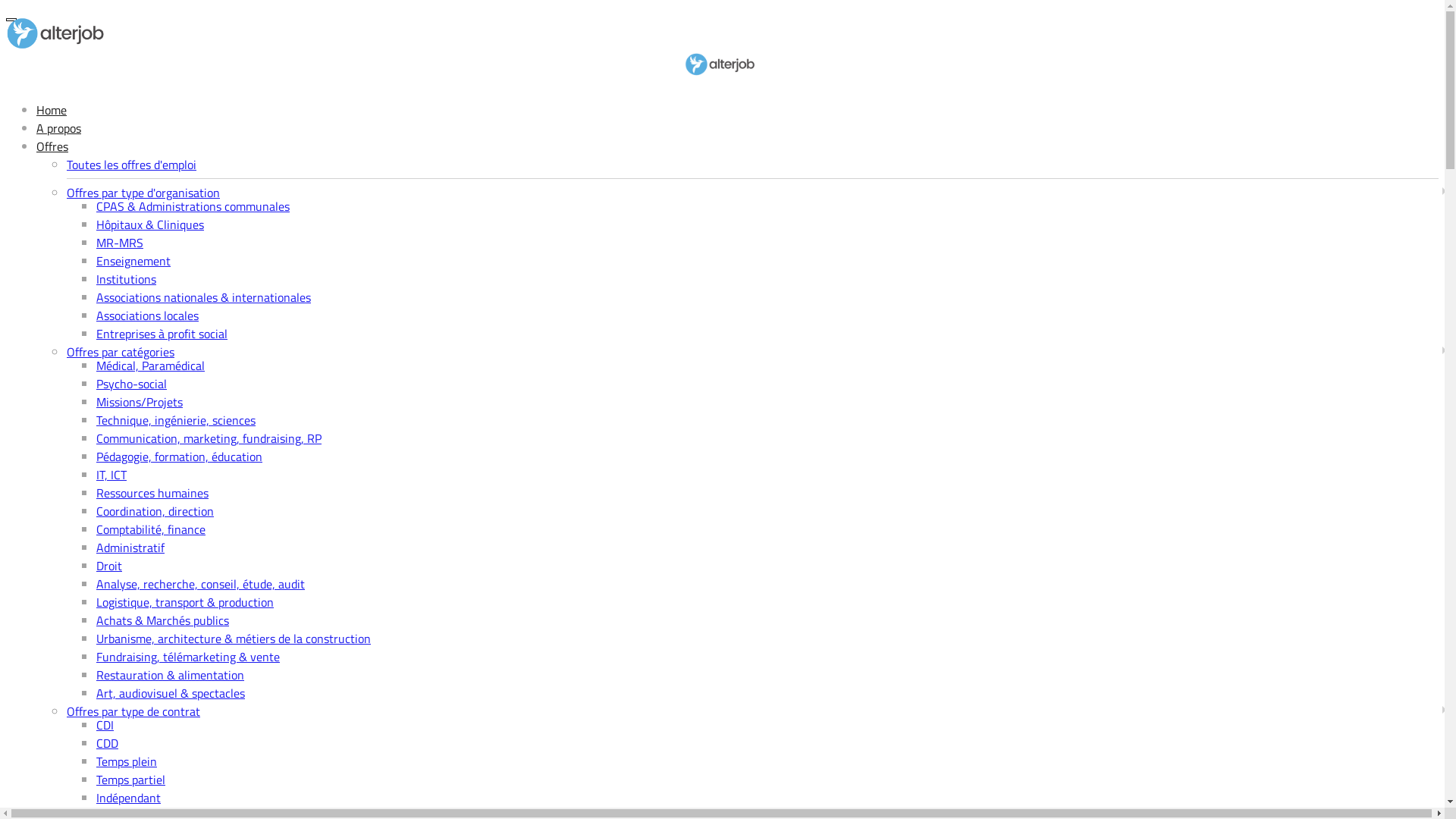 This screenshot has width=1456, height=819. What do you see at coordinates (111, 473) in the screenshot?
I see `'IT, ICT'` at bounding box center [111, 473].